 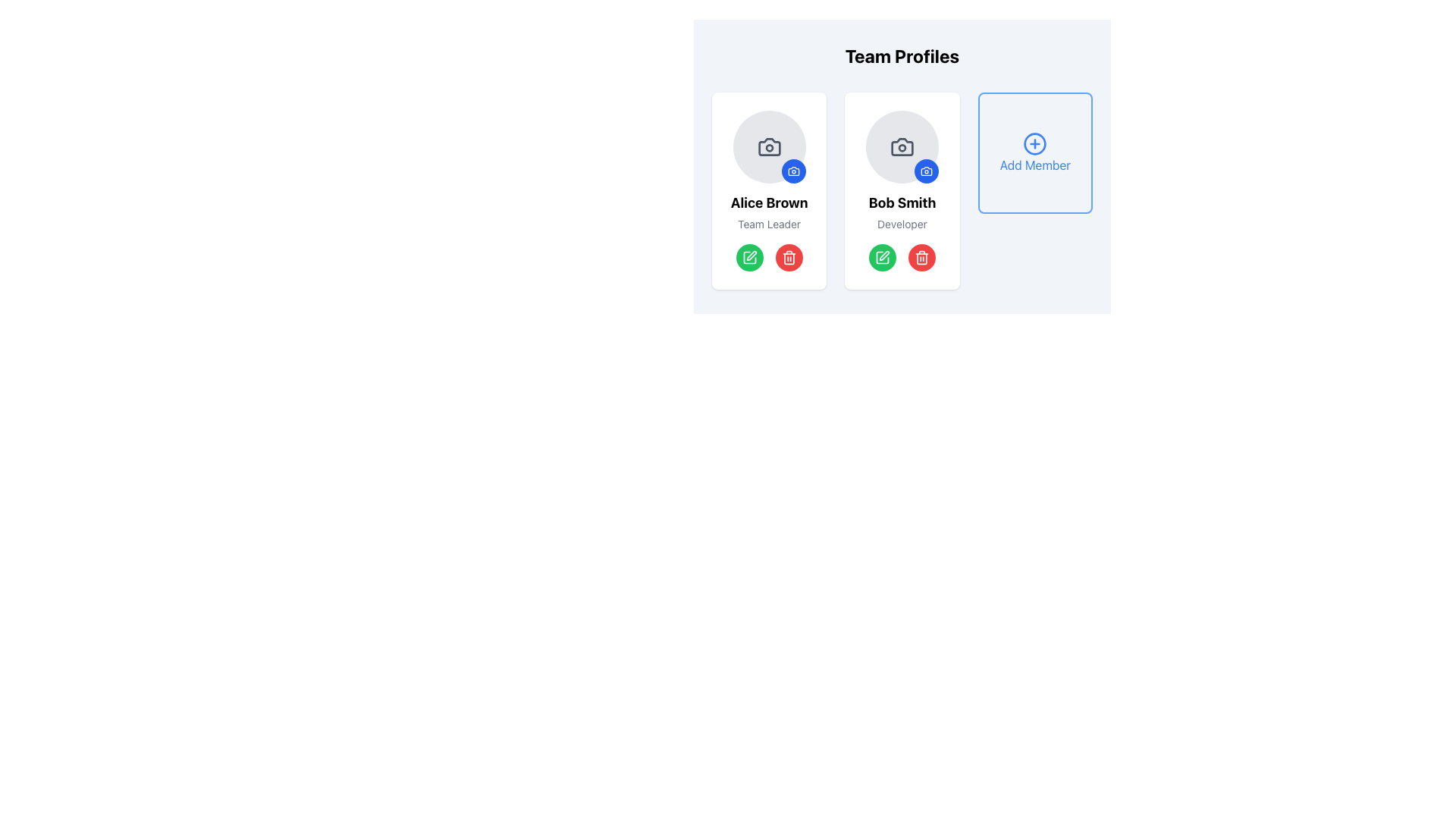 I want to click on the edit button on Bob Smith's Profile Card, which is the second card in the Team Profiles section, to modify profile details, so click(x=902, y=190).